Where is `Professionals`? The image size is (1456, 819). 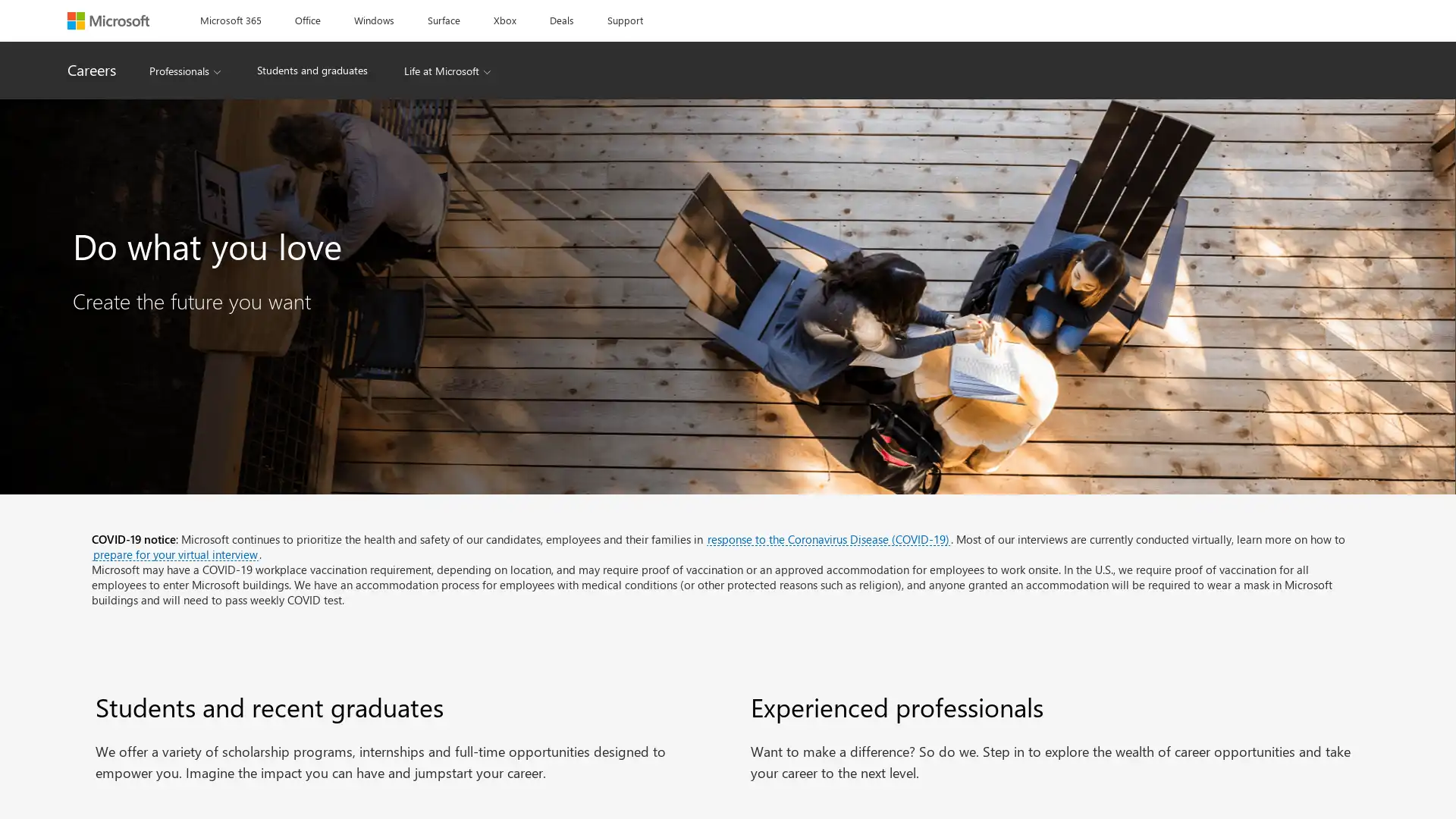
Professionals is located at coordinates (184, 139).